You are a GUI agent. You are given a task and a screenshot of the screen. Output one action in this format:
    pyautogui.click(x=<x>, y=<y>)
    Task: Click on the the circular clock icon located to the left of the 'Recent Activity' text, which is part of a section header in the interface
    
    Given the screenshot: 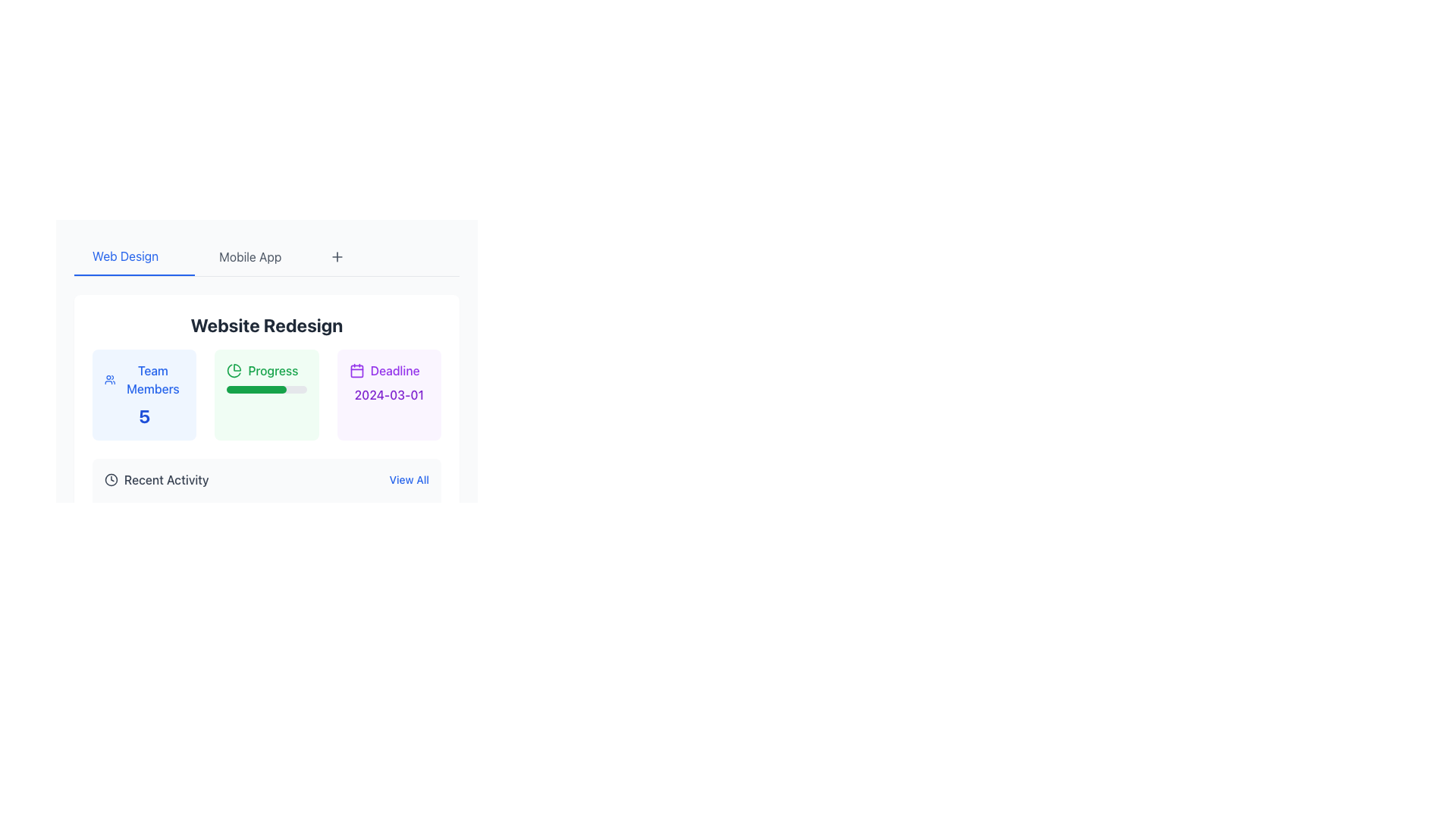 What is the action you would take?
    pyautogui.click(x=111, y=479)
    